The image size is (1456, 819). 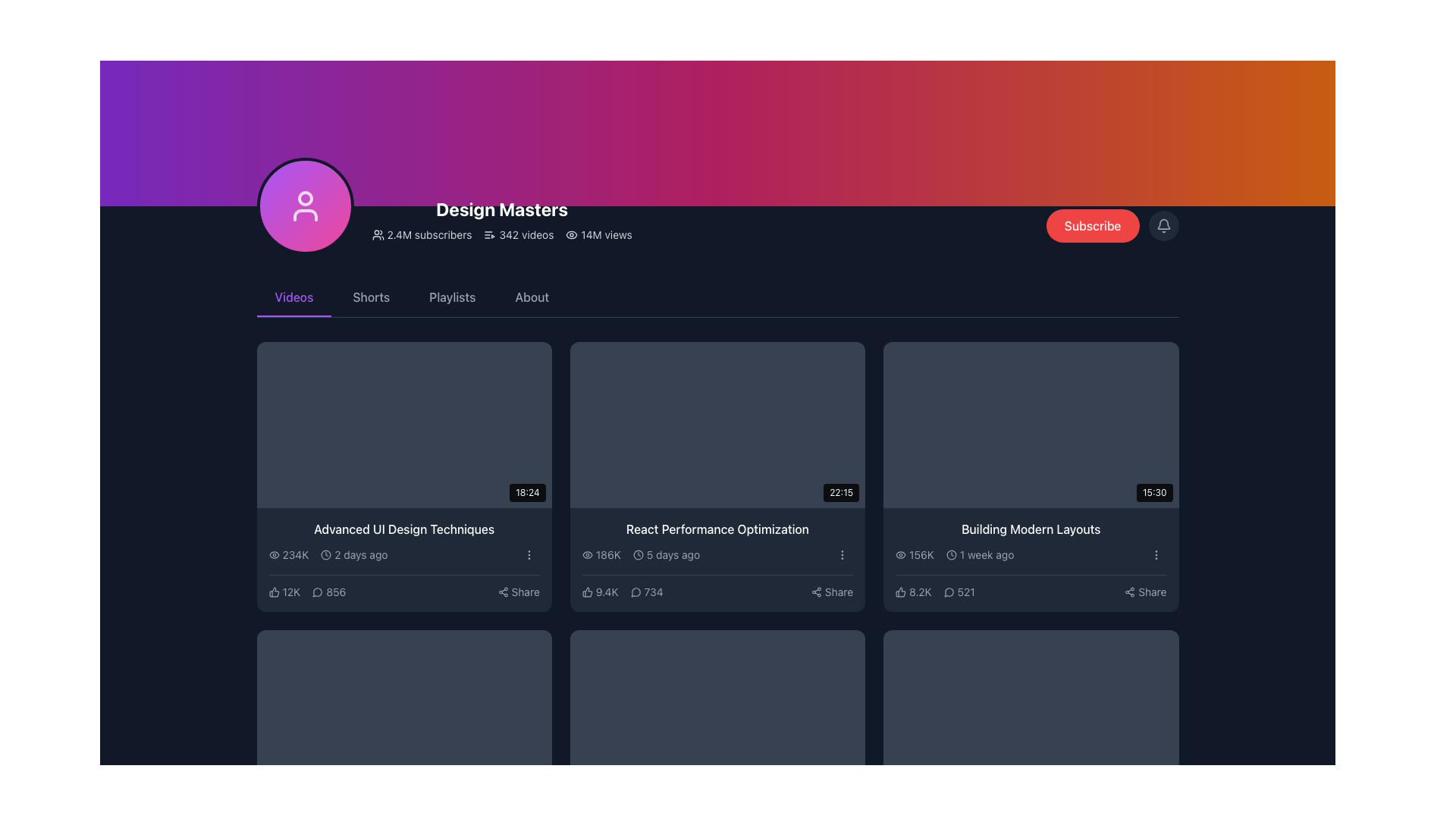 I want to click on the video thumbnail representing a 15 minutes and 30 seconds video to initiate playback or navigate to the video details, so click(x=1031, y=425).